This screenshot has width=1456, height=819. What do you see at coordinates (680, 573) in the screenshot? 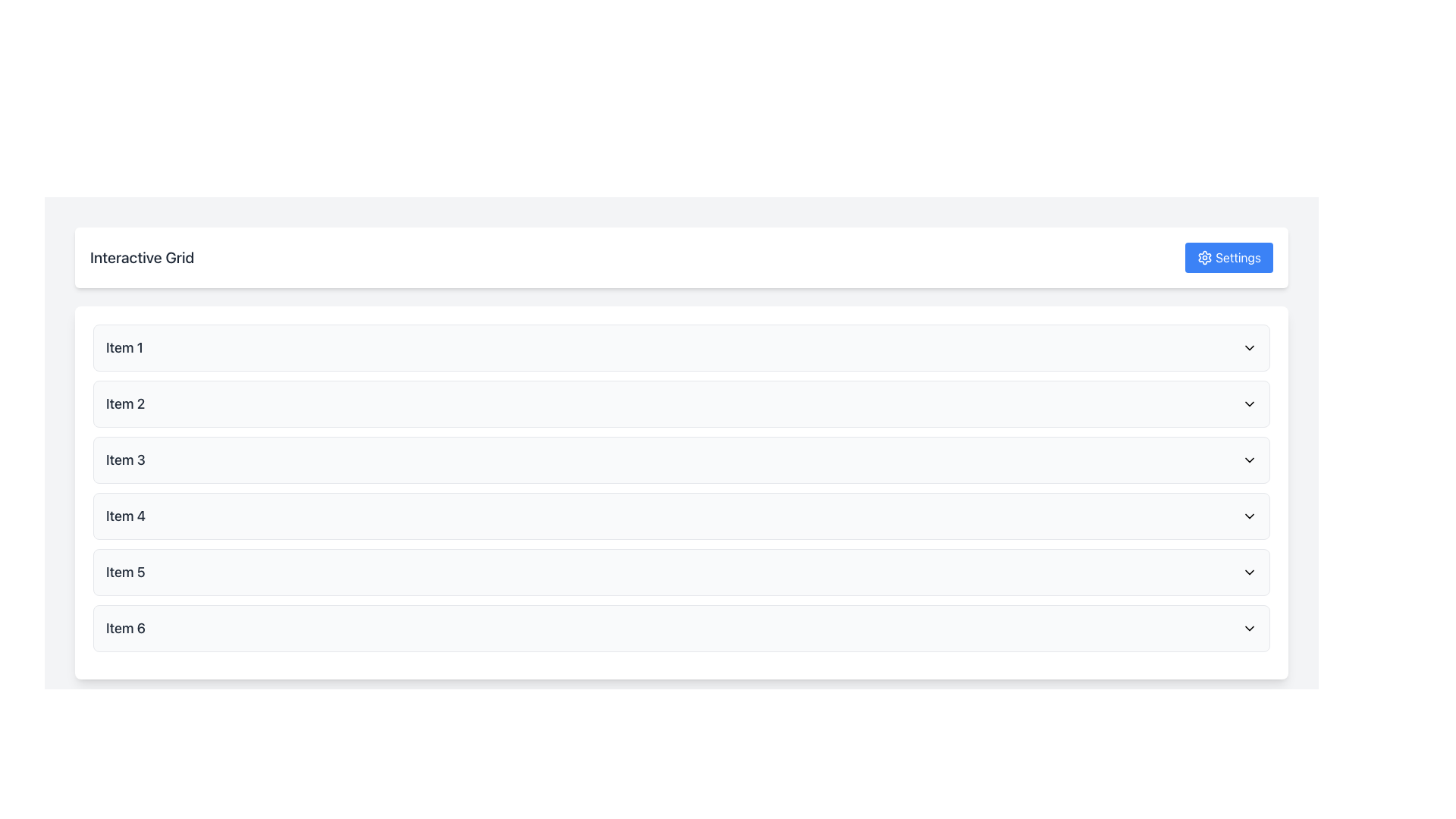
I see `the fifth item in the list` at bounding box center [680, 573].